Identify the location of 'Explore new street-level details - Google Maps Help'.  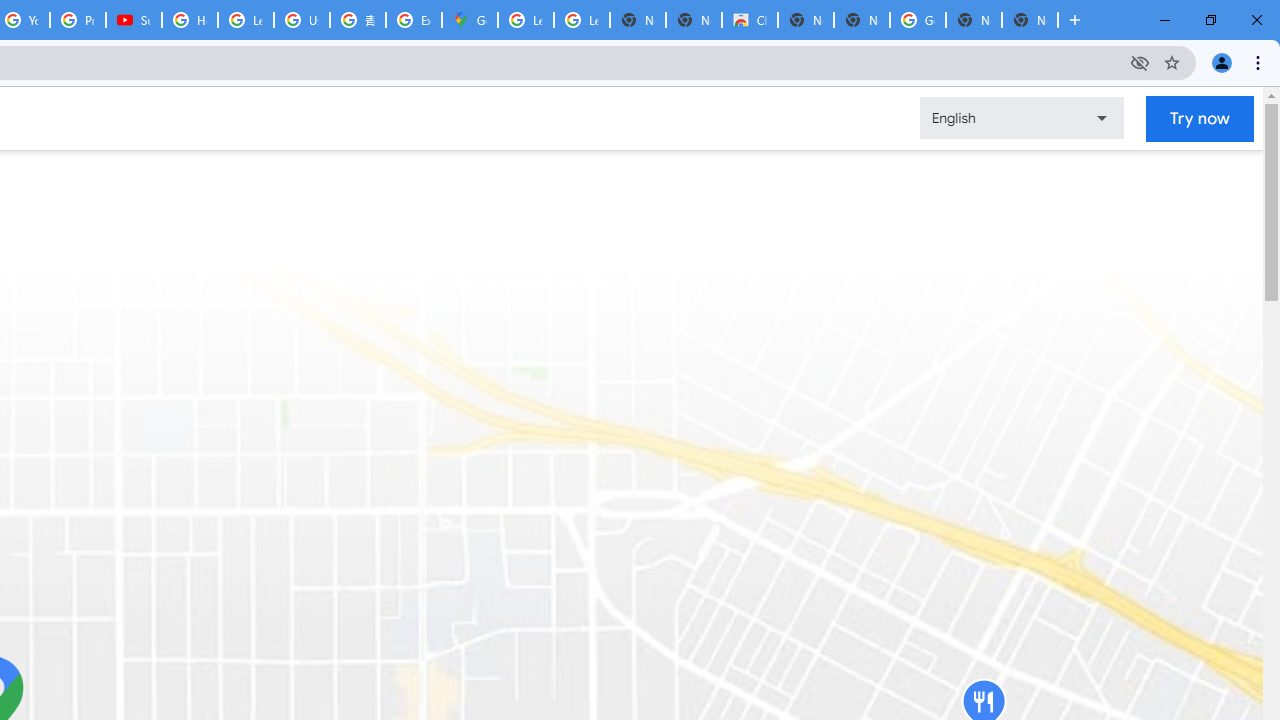
(413, 20).